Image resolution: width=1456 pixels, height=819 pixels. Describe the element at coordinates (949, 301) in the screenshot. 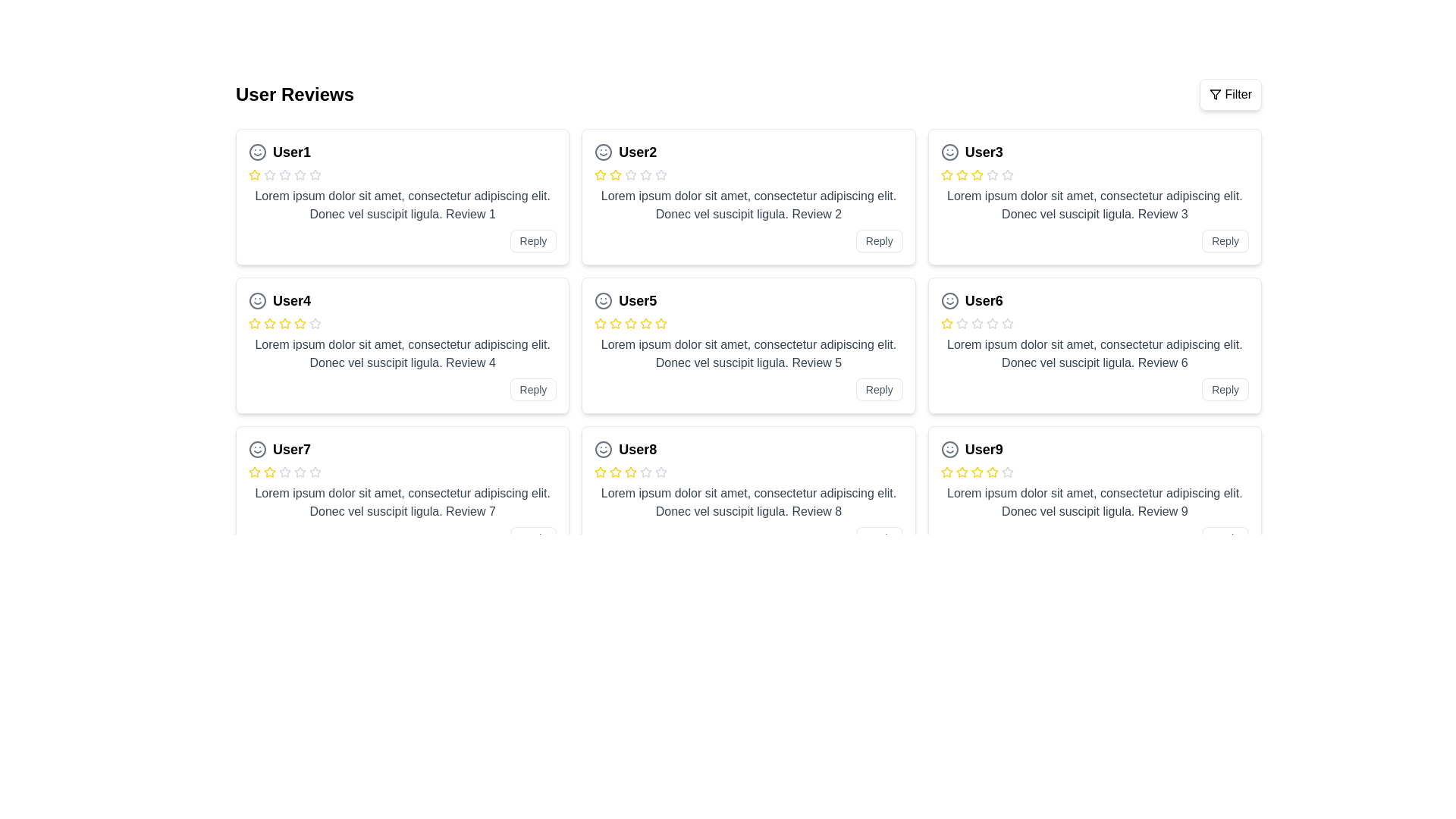

I see `the circle element in the smiley icon of the 'User6' review card, which symbolizes sentiment representation` at that location.